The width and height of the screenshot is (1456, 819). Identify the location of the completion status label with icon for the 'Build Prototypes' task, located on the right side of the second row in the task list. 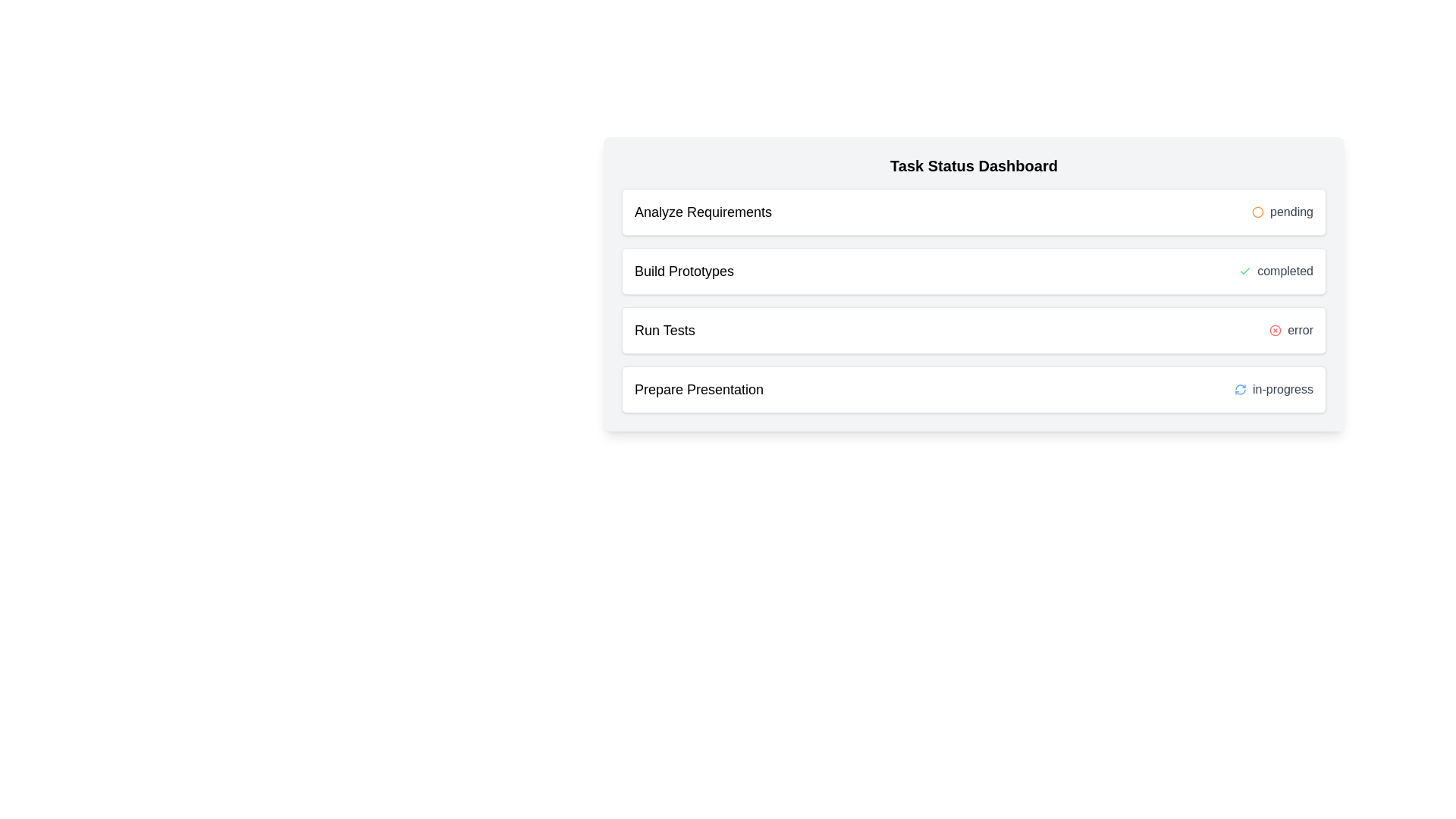
(1276, 271).